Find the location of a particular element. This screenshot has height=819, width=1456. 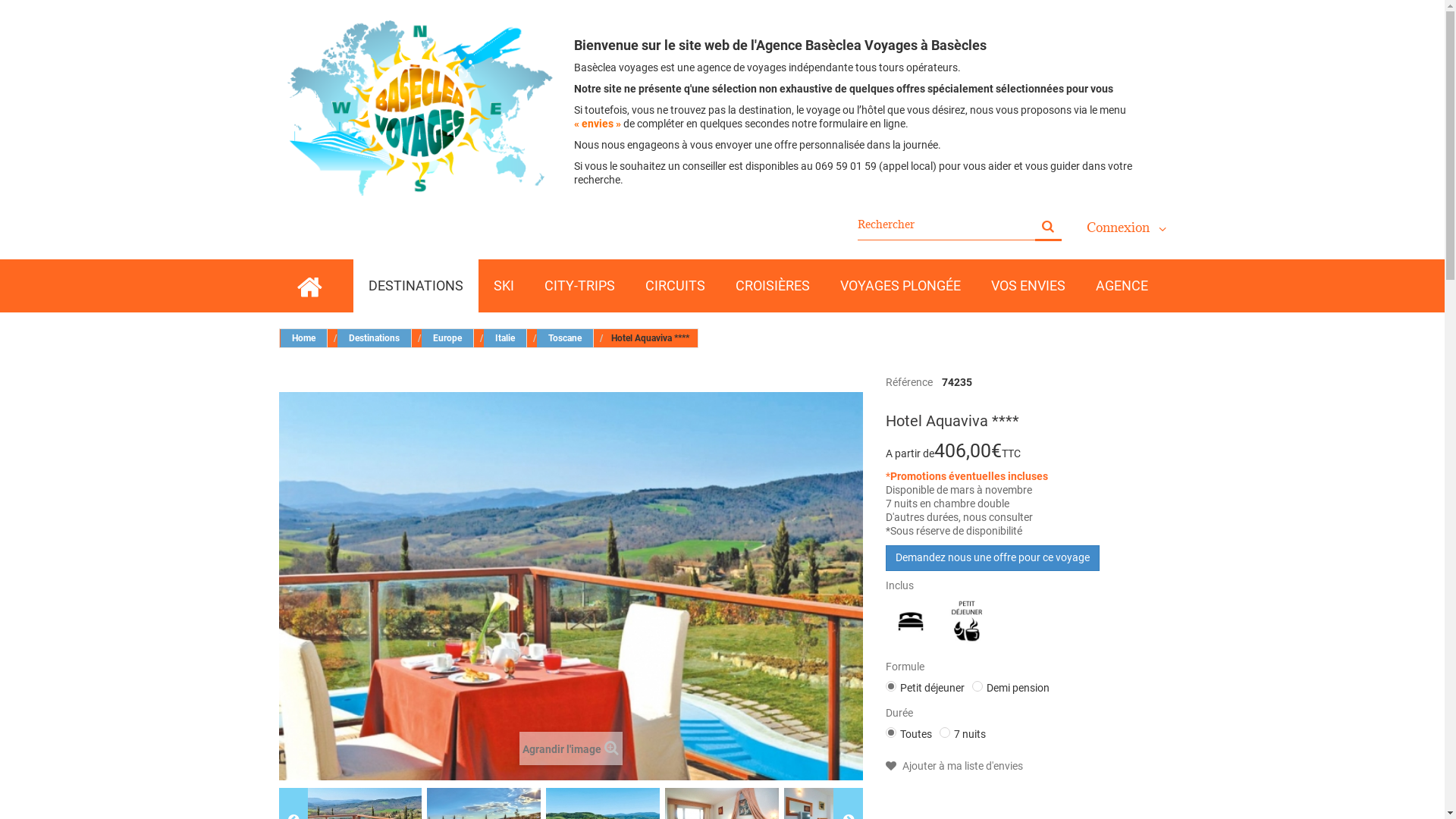

'Demandez nous une offre pour ce voyage' is located at coordinates (885, 558).